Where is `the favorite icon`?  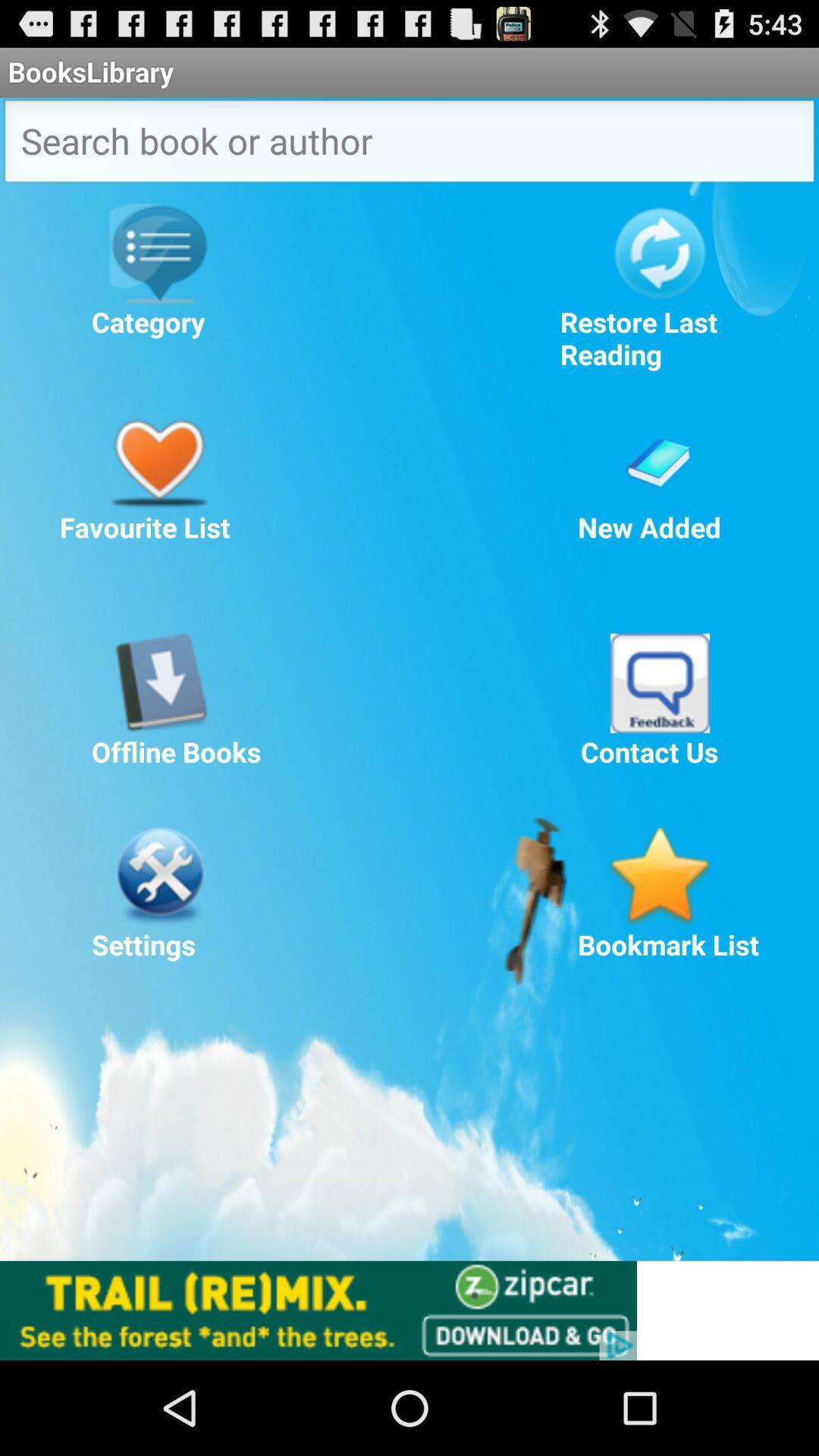
the favorite icon is located at coordinates (158, 491).